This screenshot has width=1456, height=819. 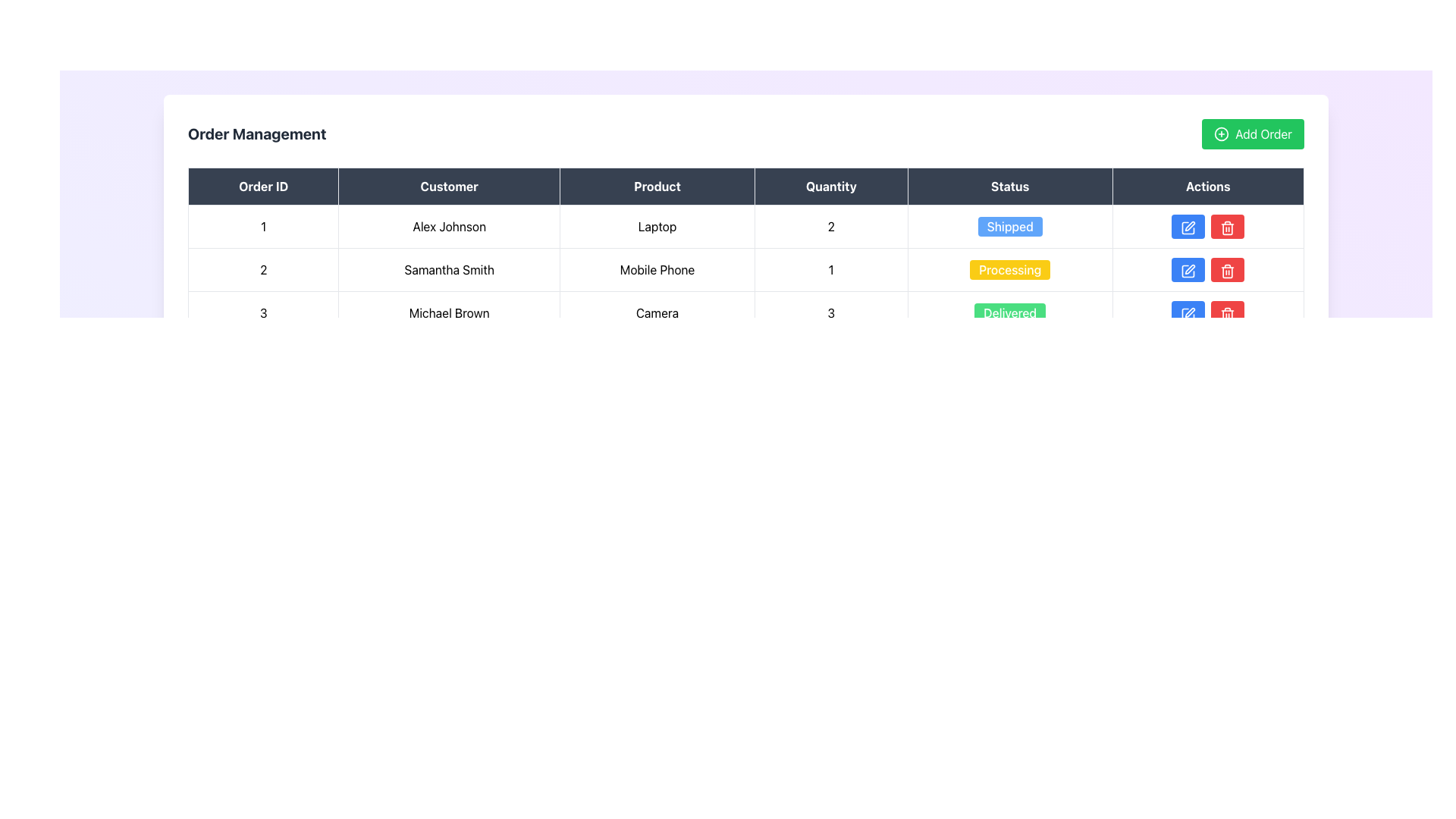 What do you see at coordinates (1010, 227) in the screenshot?
I see `the 'Shipped' status label in the 'Status' column, adjacent to Order ID 1 for customer Alex Johnson` at bounding box center [1010, 227].